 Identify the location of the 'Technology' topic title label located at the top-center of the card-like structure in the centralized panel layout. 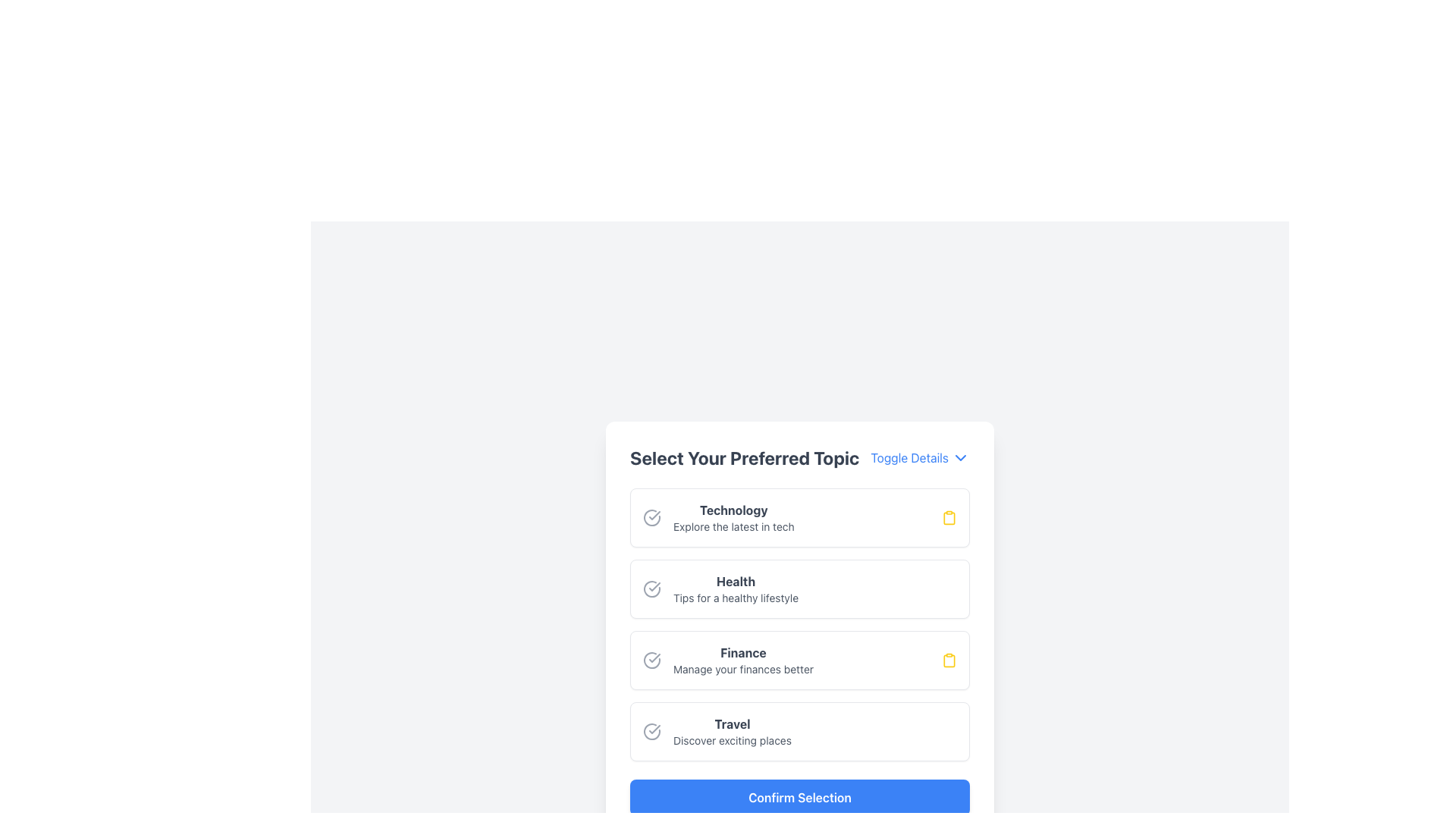
(733, 510).